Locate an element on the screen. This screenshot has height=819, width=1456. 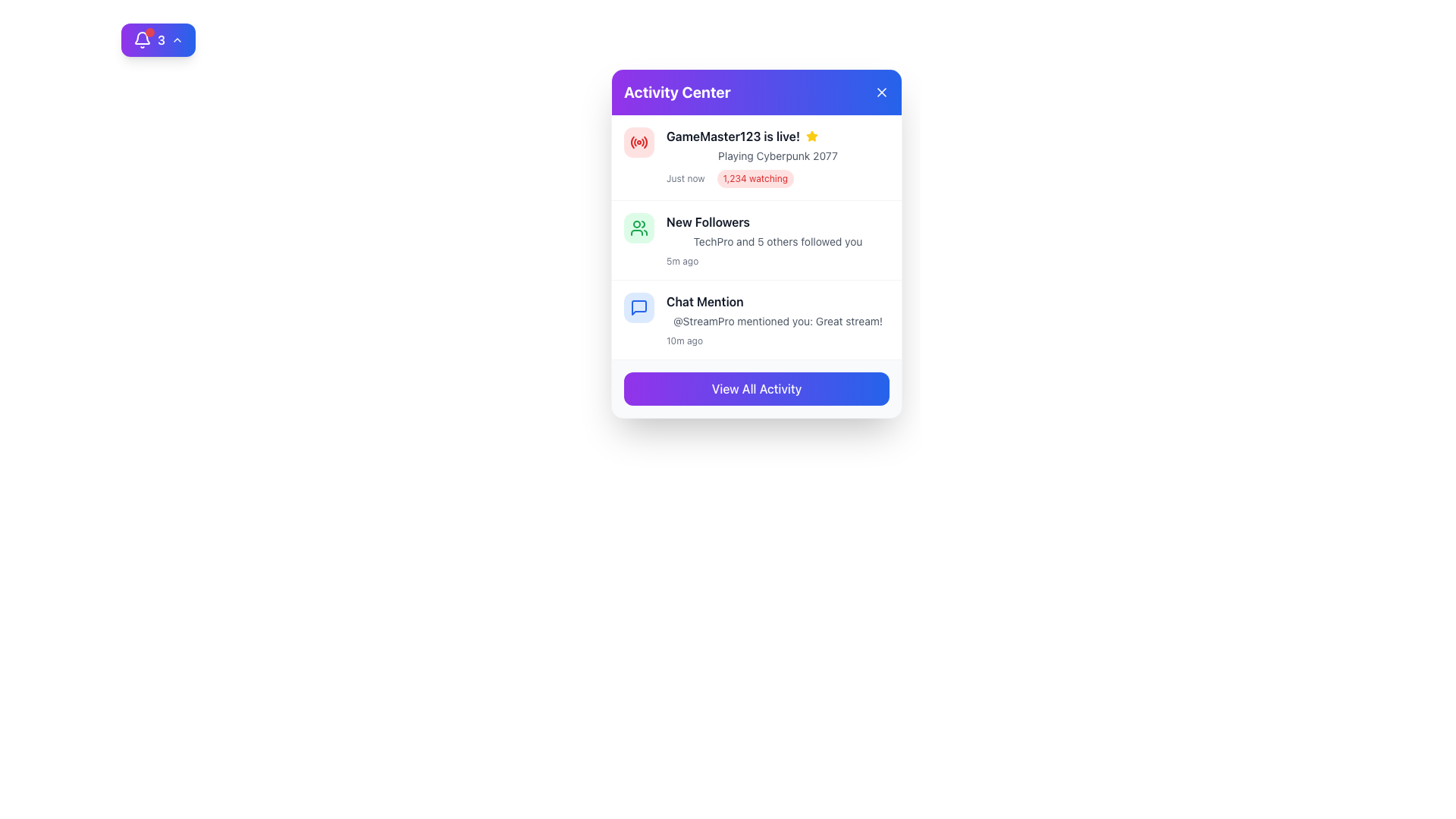
the notification represented by the blue outlined chat bubble icon located to the left of the text 'Chat Mention @StreamPro mentioned you: Great stream!' in the Activity Center dropdown is located at coordinates (639, 307).